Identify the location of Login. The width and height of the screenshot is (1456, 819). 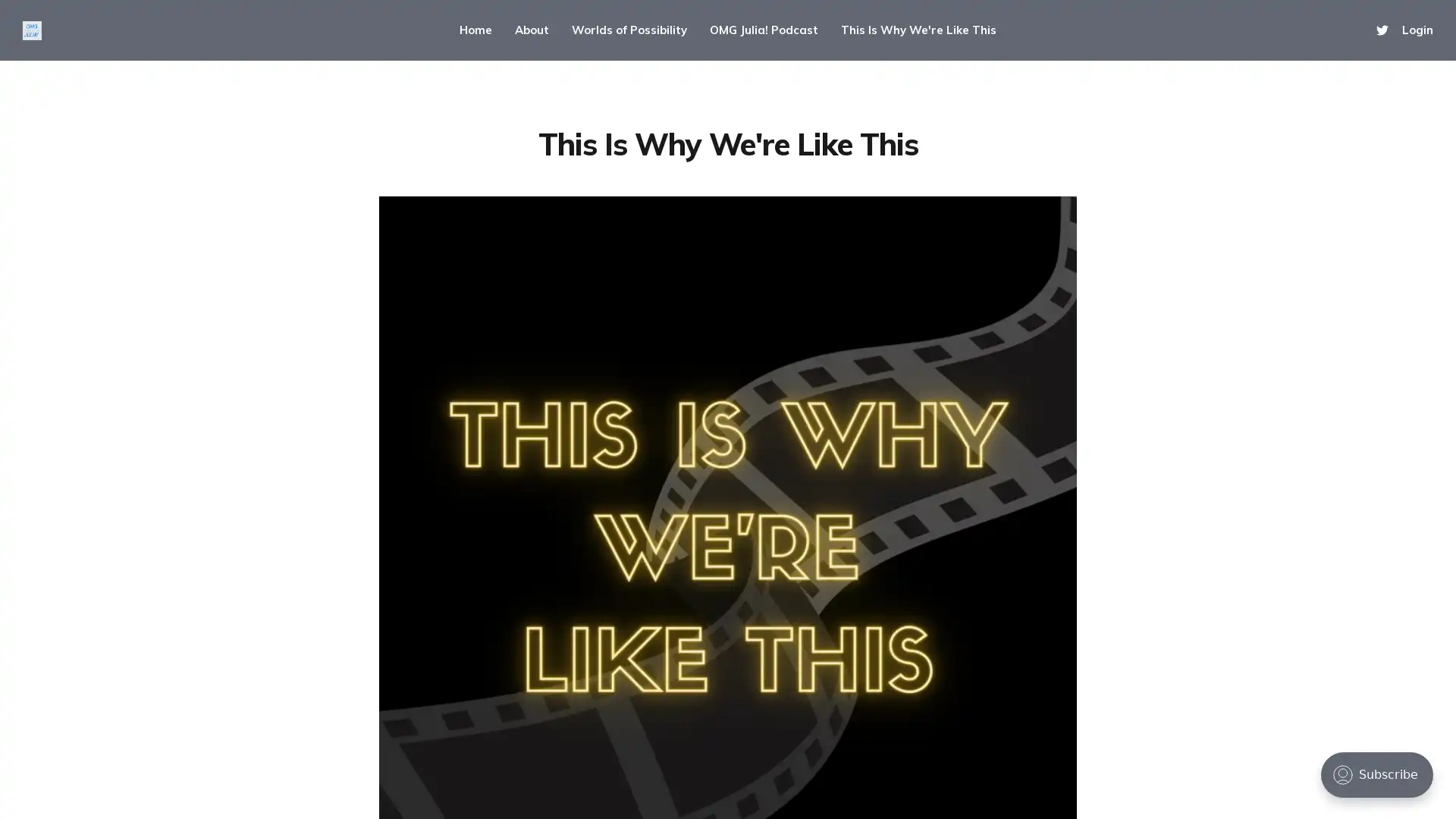
(1417, 30).